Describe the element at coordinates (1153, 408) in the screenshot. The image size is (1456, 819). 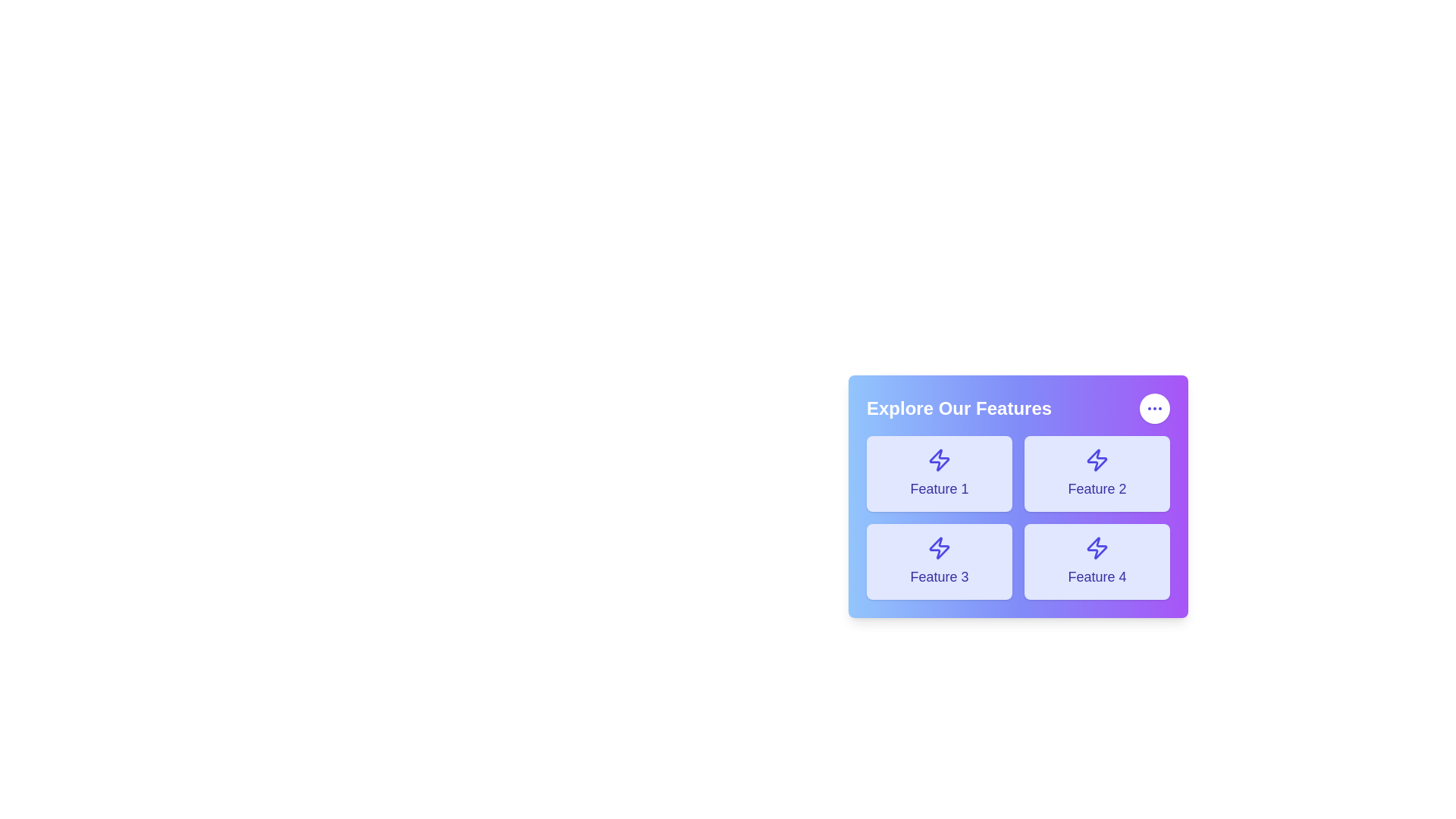
I see `the overflow menu icon, represented by a horizontal ellipsis, located at the bottom-right corner of the 'Explore Our Features' card` at that location.